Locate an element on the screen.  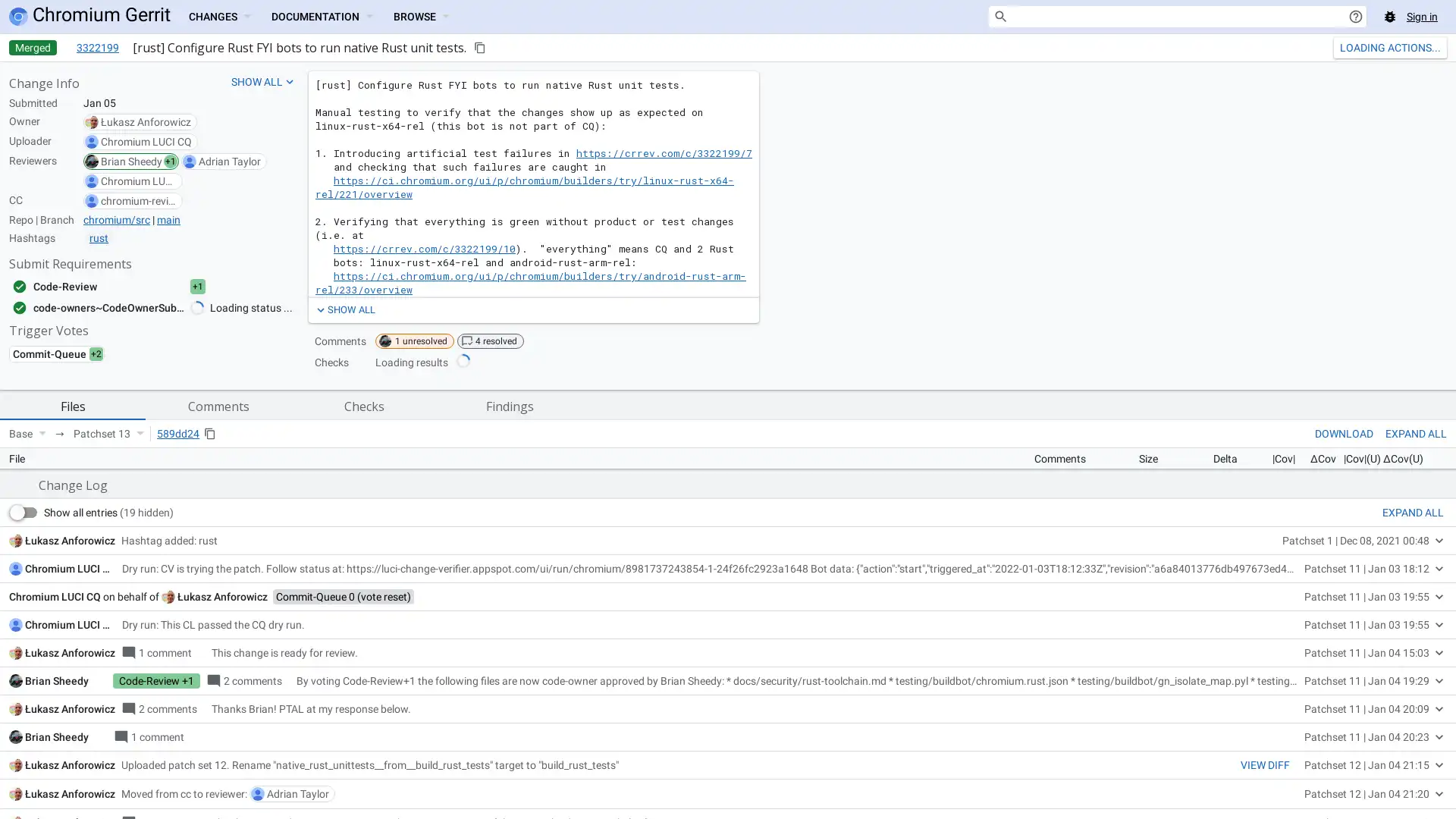
SHOW ALL is located at coordinates (263, 82).